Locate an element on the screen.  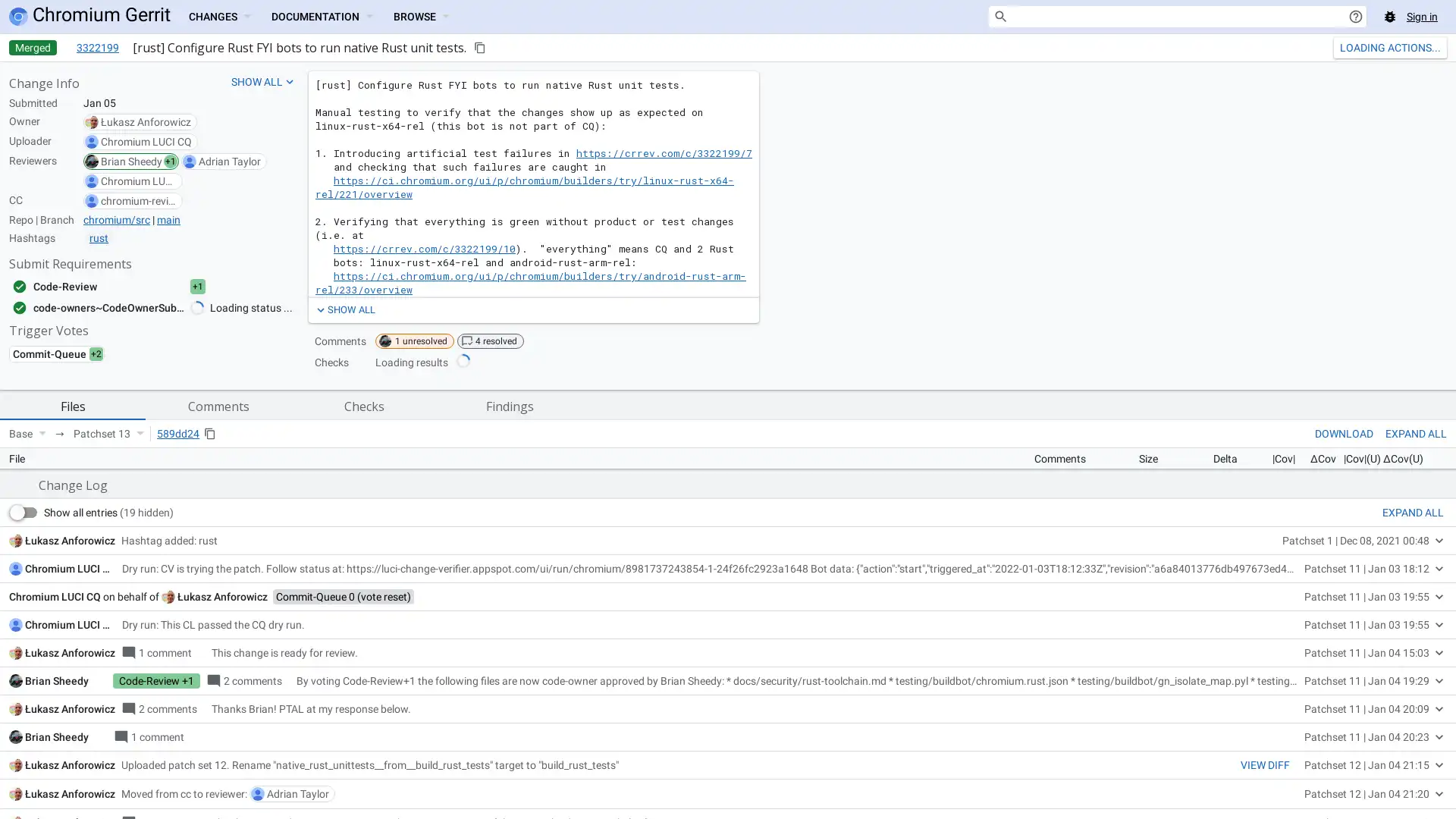
SHOW ALL is located at coordinates (263, 82).